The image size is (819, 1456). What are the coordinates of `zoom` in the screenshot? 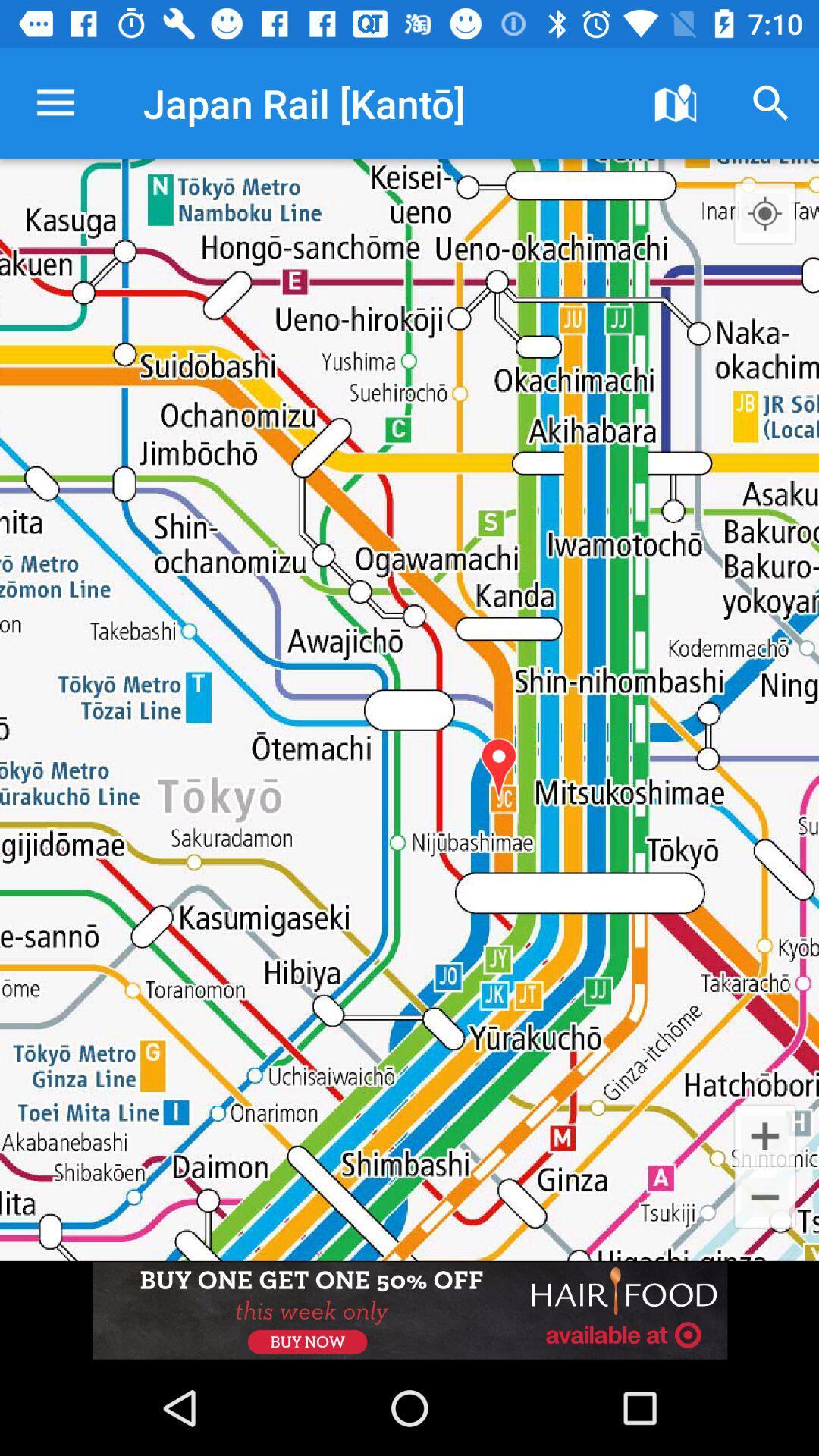 It's located at (764, 212).